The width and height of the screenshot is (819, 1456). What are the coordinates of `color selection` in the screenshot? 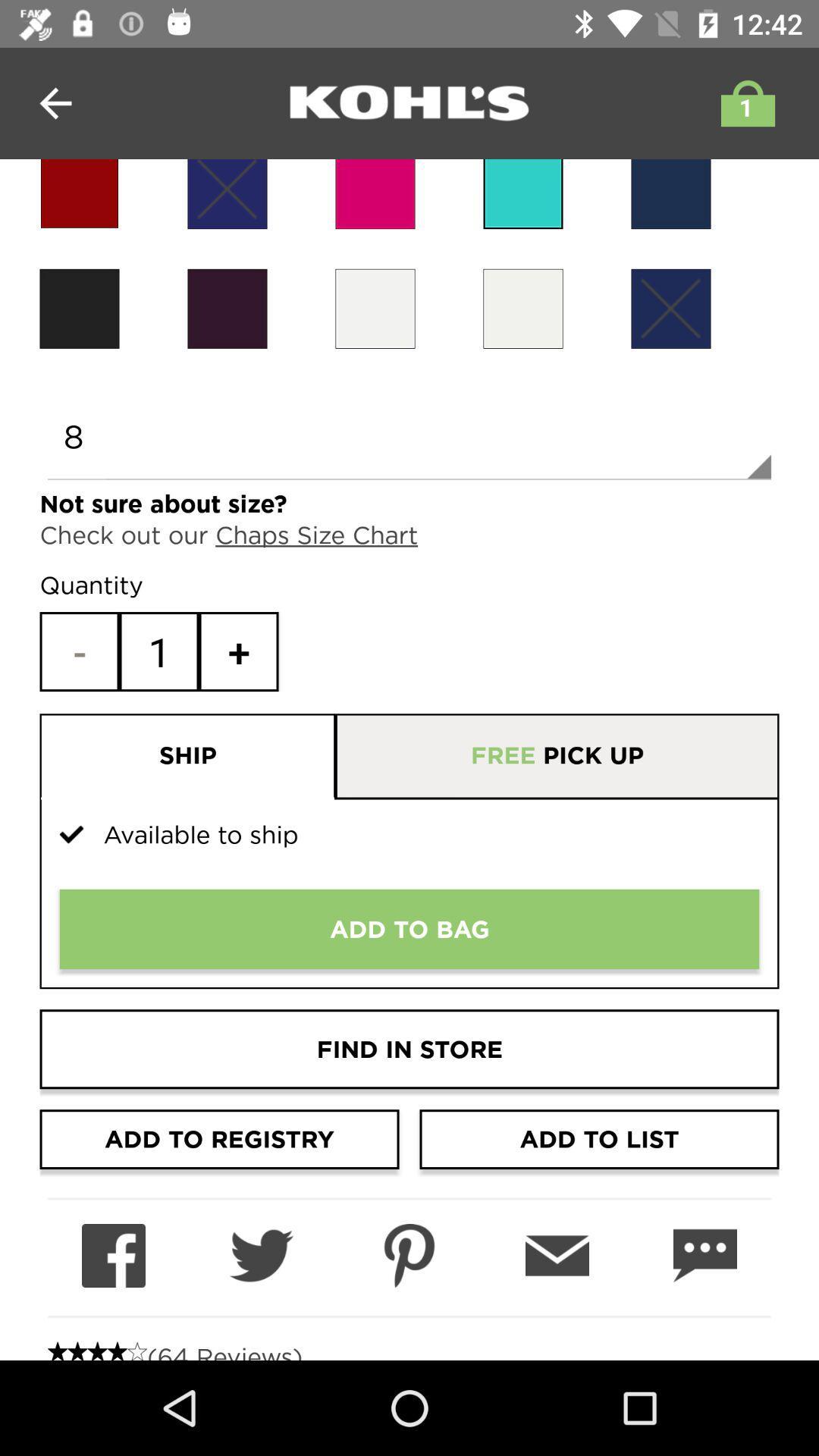 It's located at (227, 308).